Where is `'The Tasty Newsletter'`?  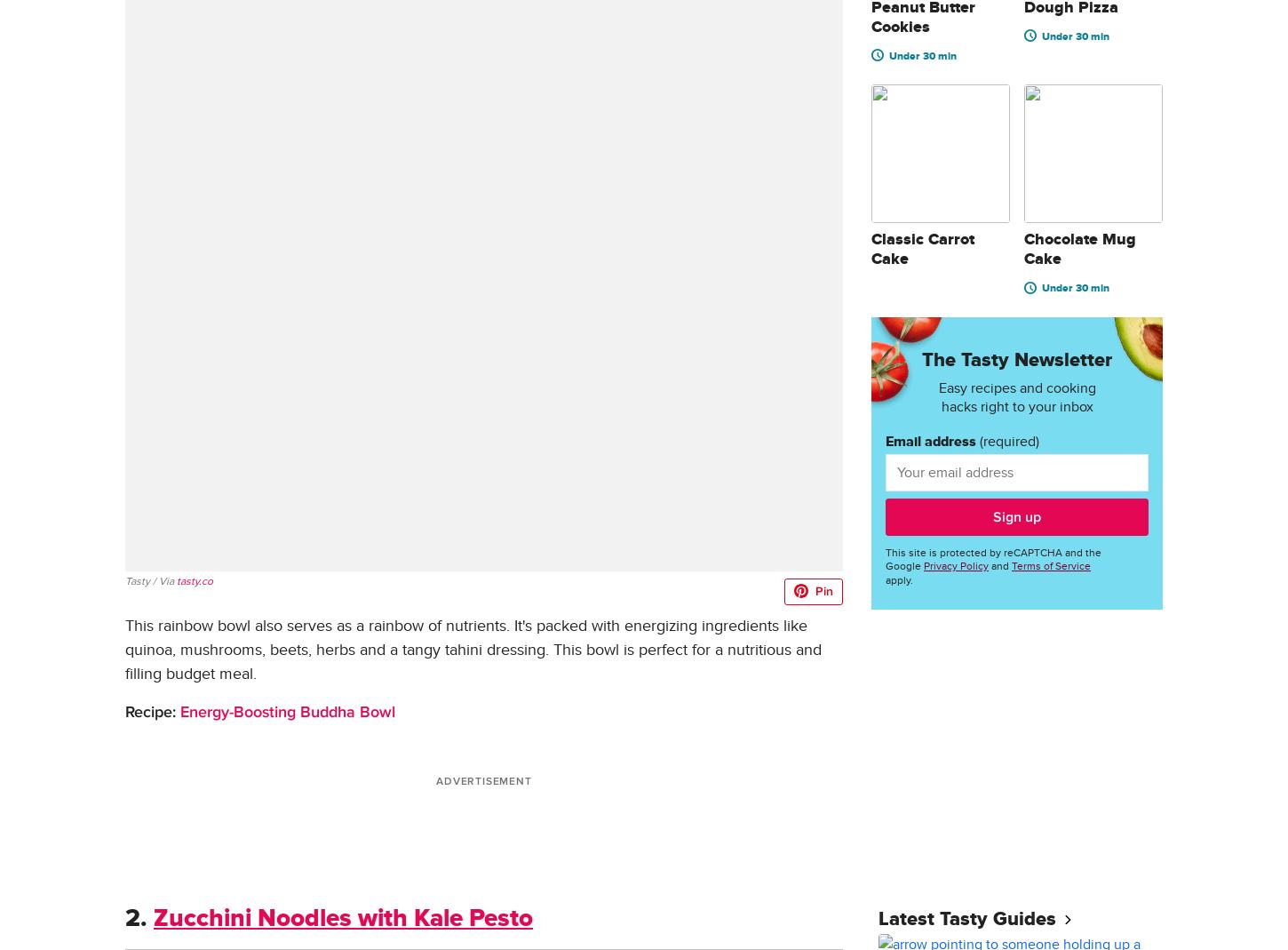
'The Tasty Newsletter' is located at coordinates (1016, 359).